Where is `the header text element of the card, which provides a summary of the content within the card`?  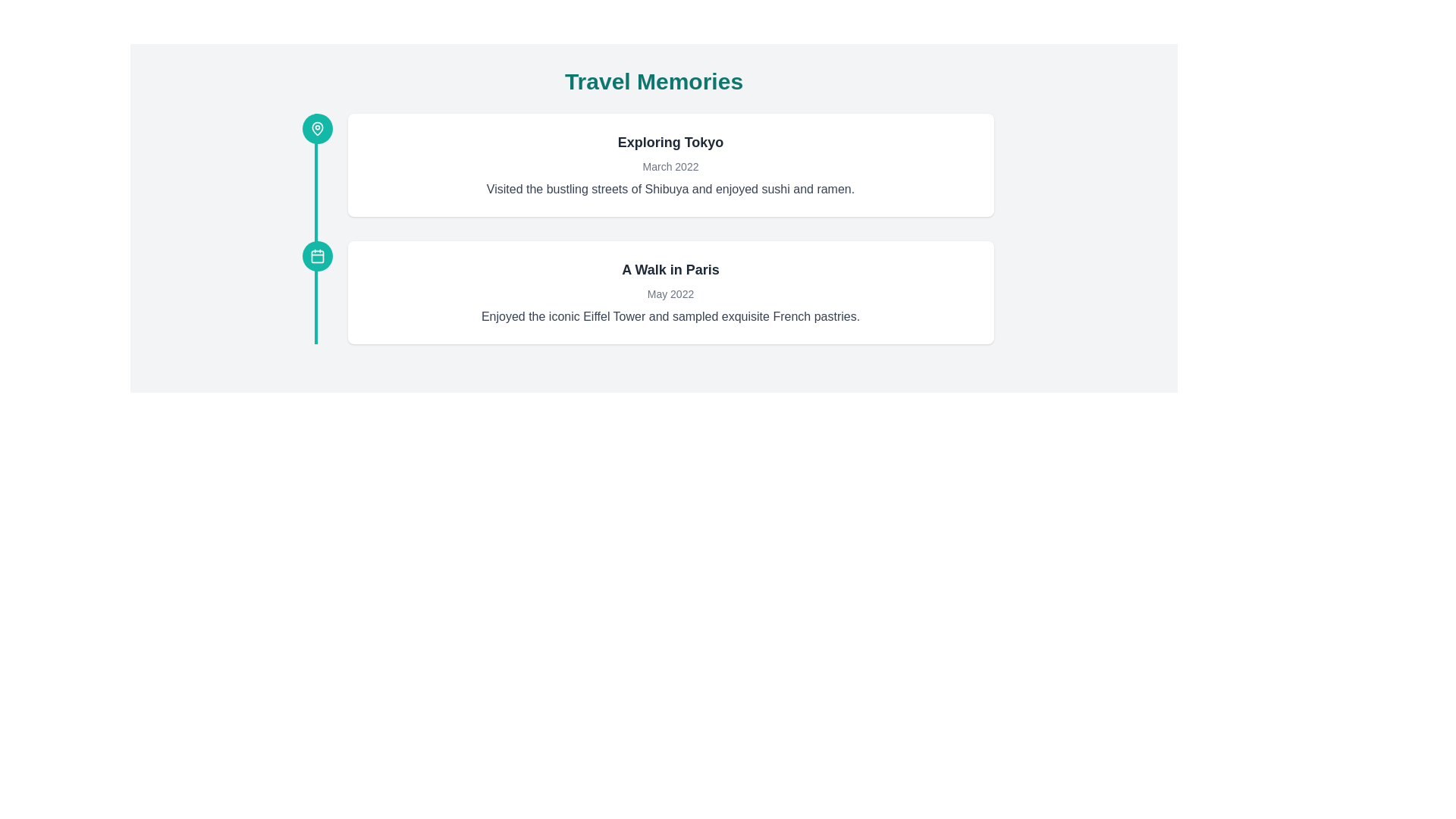
the header text element of the card, which provides a summary of the content within the card is located at coordinates (670, 268).